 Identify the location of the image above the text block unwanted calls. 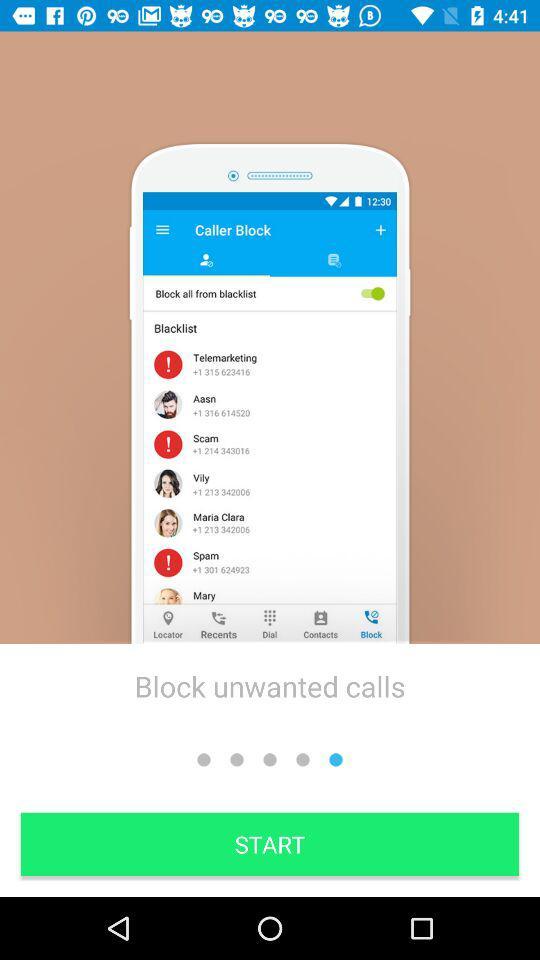
(270, 416).